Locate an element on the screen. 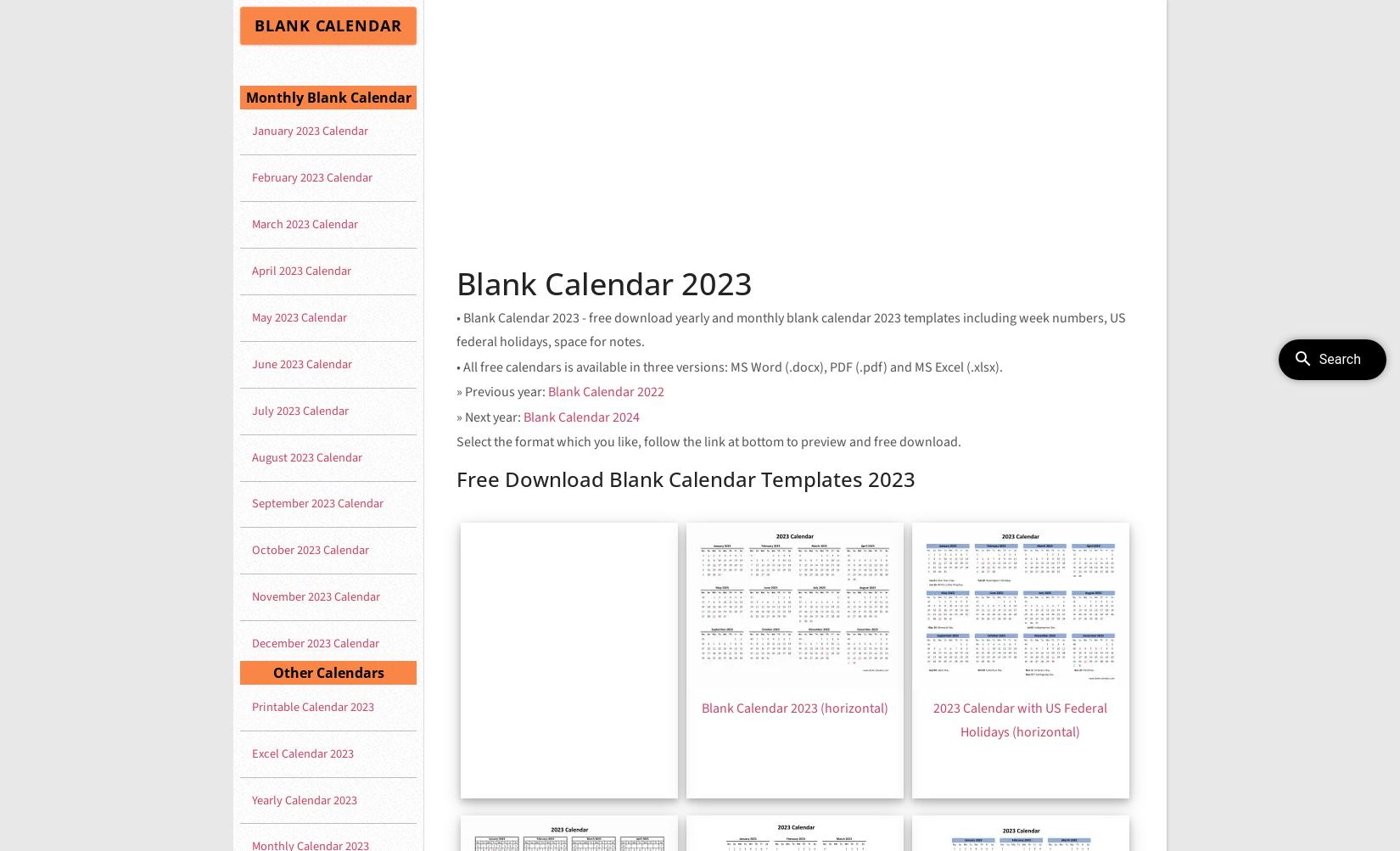 The width and height of the screenshot is (1400, 851). 'Printable Calendar 2023' is located at coordinates (312, 706).